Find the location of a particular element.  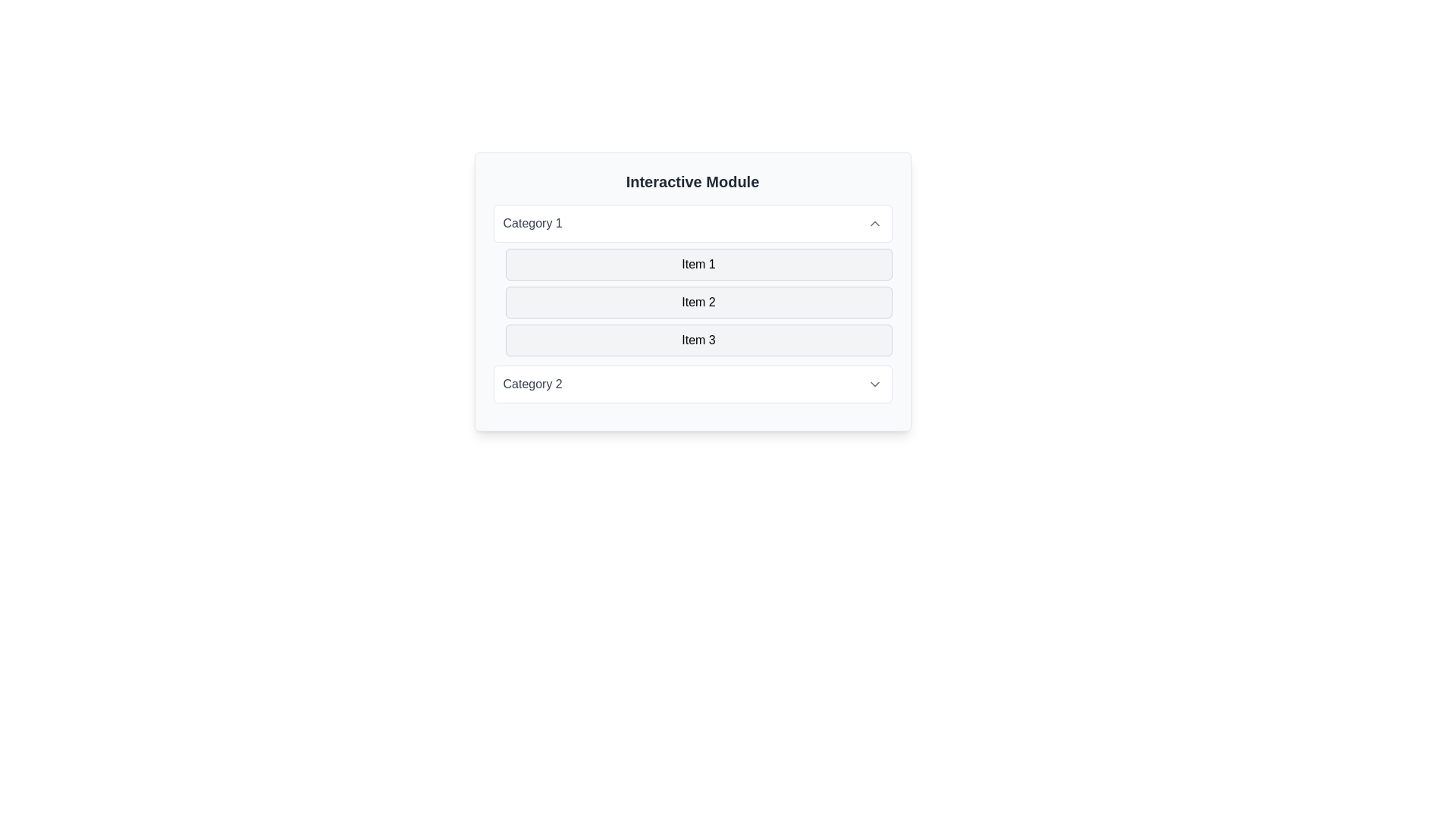

the Label or Text Display located below the 'Interactive Module' header, positioned towards the bottom-left side next to an arrow icon is located at coordinates (532, 383).